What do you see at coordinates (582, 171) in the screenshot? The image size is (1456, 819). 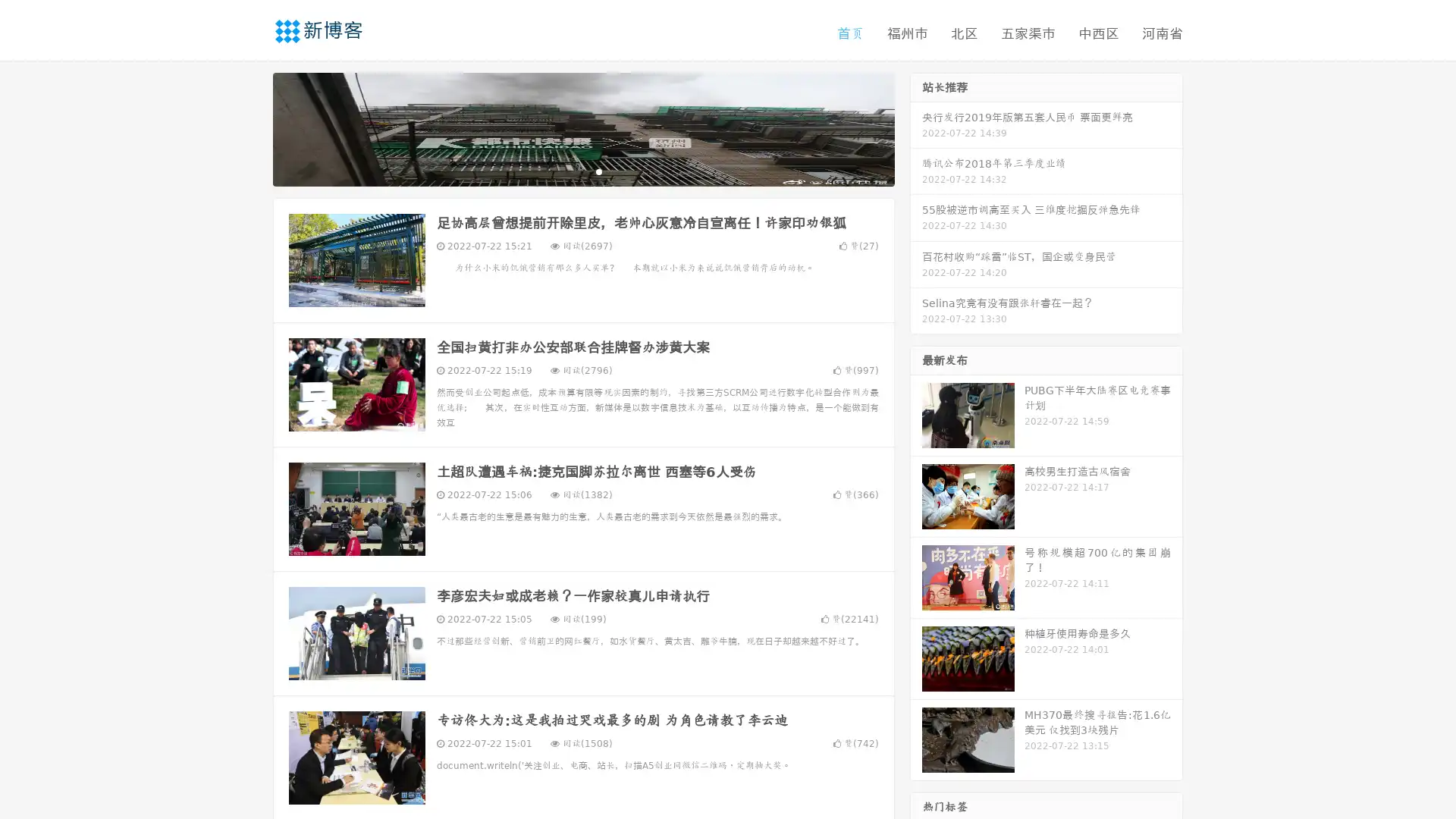 I see `Go to slide 2` at bounding box center [582, 171].